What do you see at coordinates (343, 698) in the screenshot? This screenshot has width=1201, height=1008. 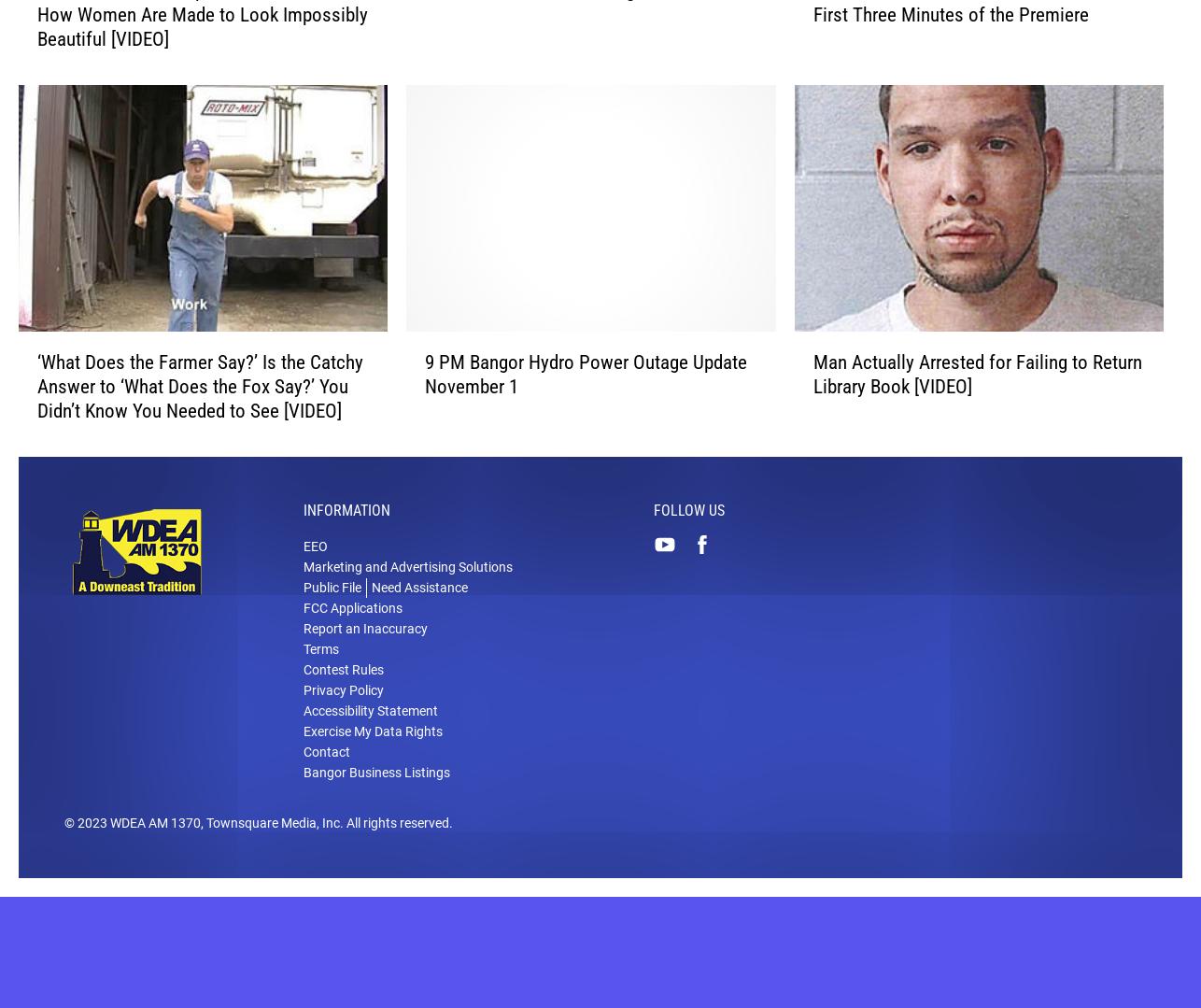 I see `'Contest Rules'` at bounding box center [343, 698].